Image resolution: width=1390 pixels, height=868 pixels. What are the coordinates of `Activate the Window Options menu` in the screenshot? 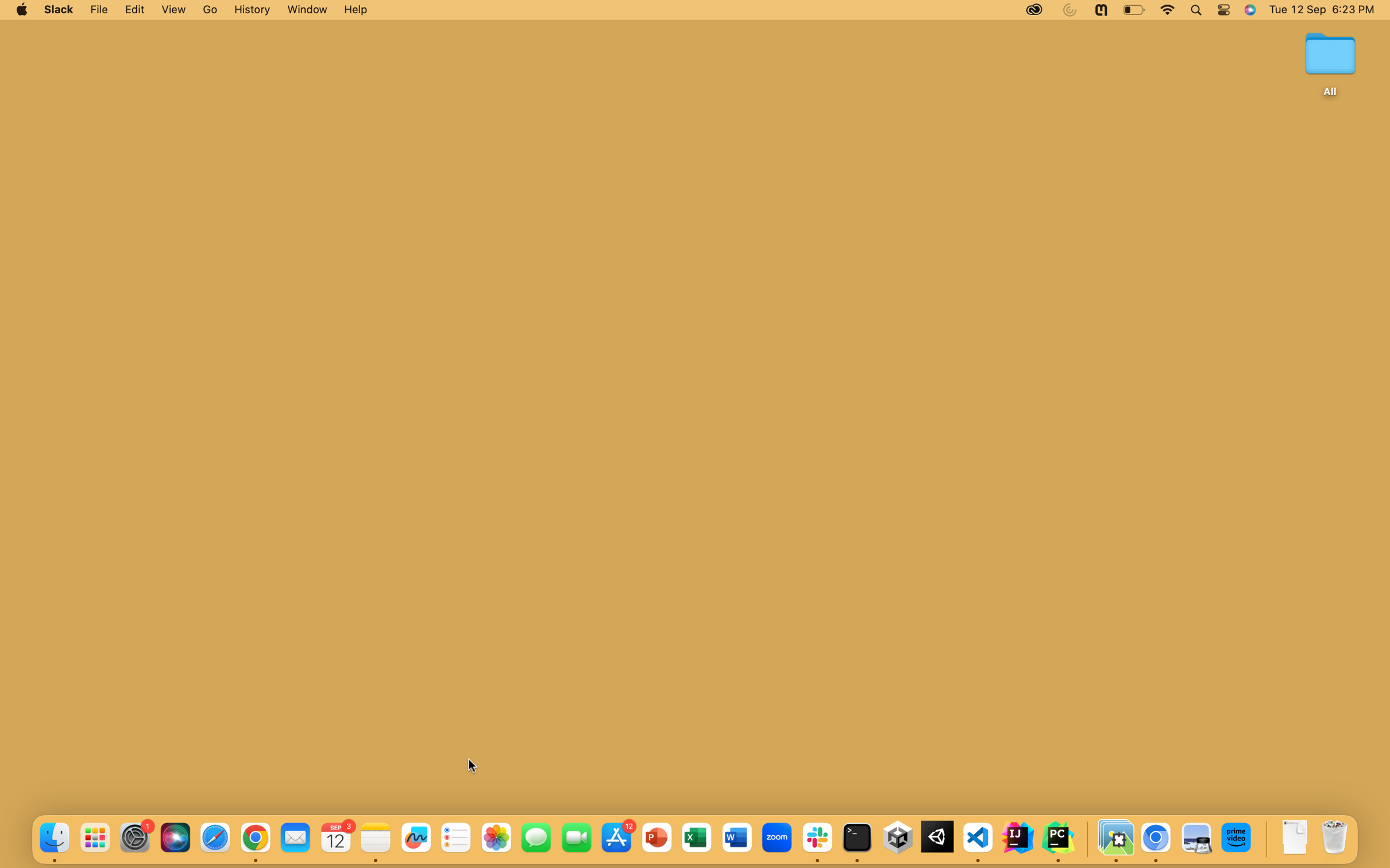 It's located at (305, 10).